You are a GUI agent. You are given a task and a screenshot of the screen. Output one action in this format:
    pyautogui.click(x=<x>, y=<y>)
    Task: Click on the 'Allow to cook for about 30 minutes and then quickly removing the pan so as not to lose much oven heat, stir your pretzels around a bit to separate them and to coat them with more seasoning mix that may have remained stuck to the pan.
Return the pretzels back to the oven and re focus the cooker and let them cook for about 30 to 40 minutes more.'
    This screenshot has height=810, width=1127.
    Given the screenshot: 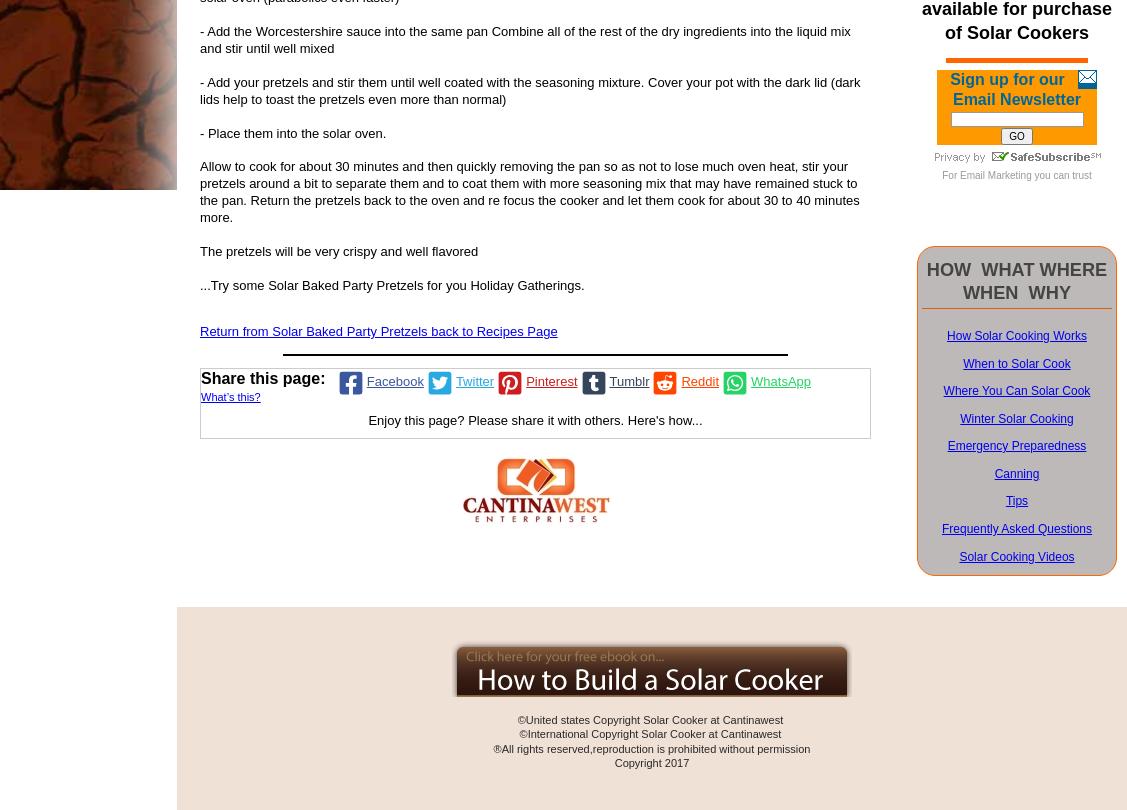 What is the action you would take?
    pyautogui.click(x=528, y=191)
    